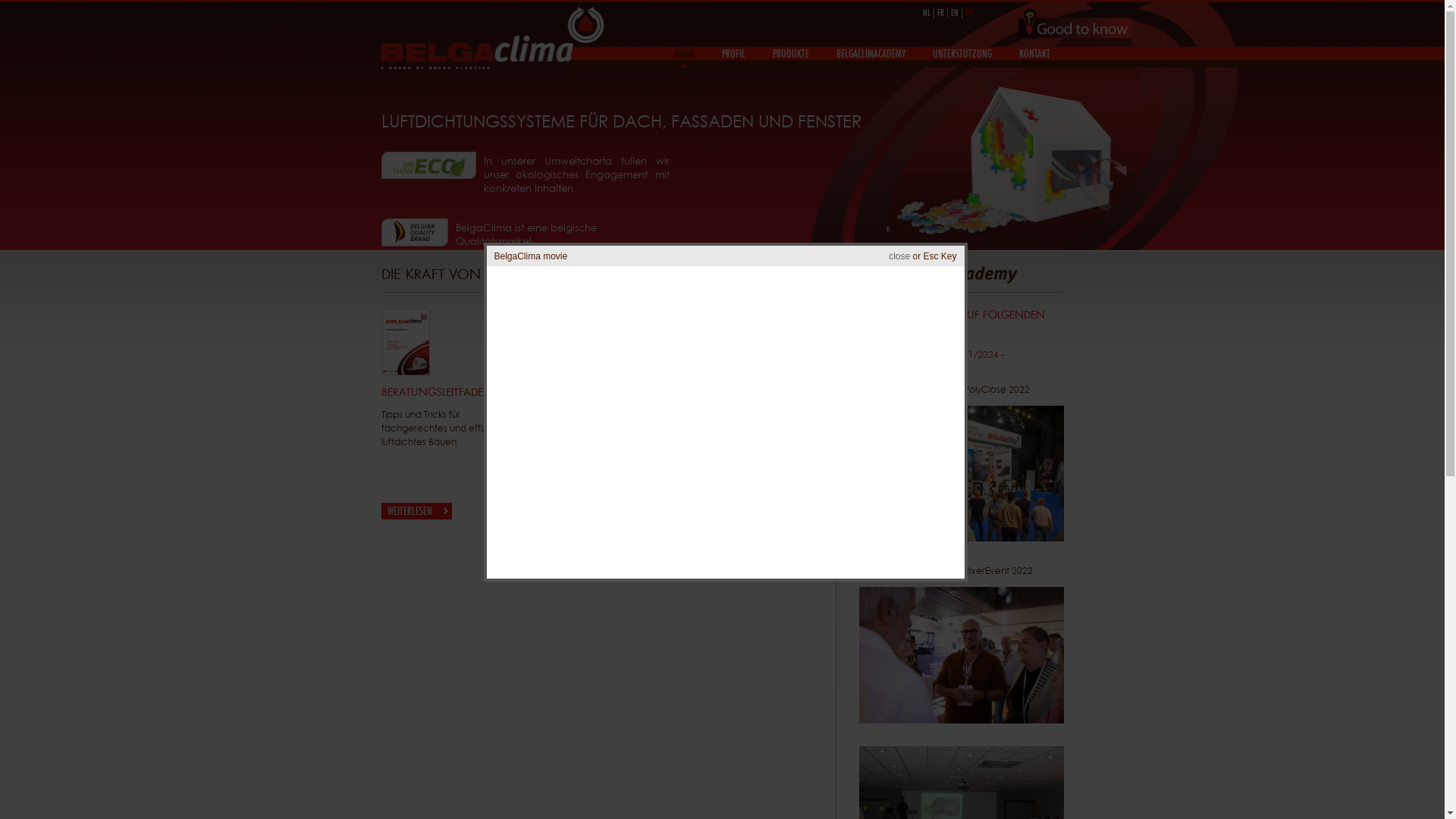  Describe the element at coordinates (899, 256) in the screenshot. I see `'close'` at that location.